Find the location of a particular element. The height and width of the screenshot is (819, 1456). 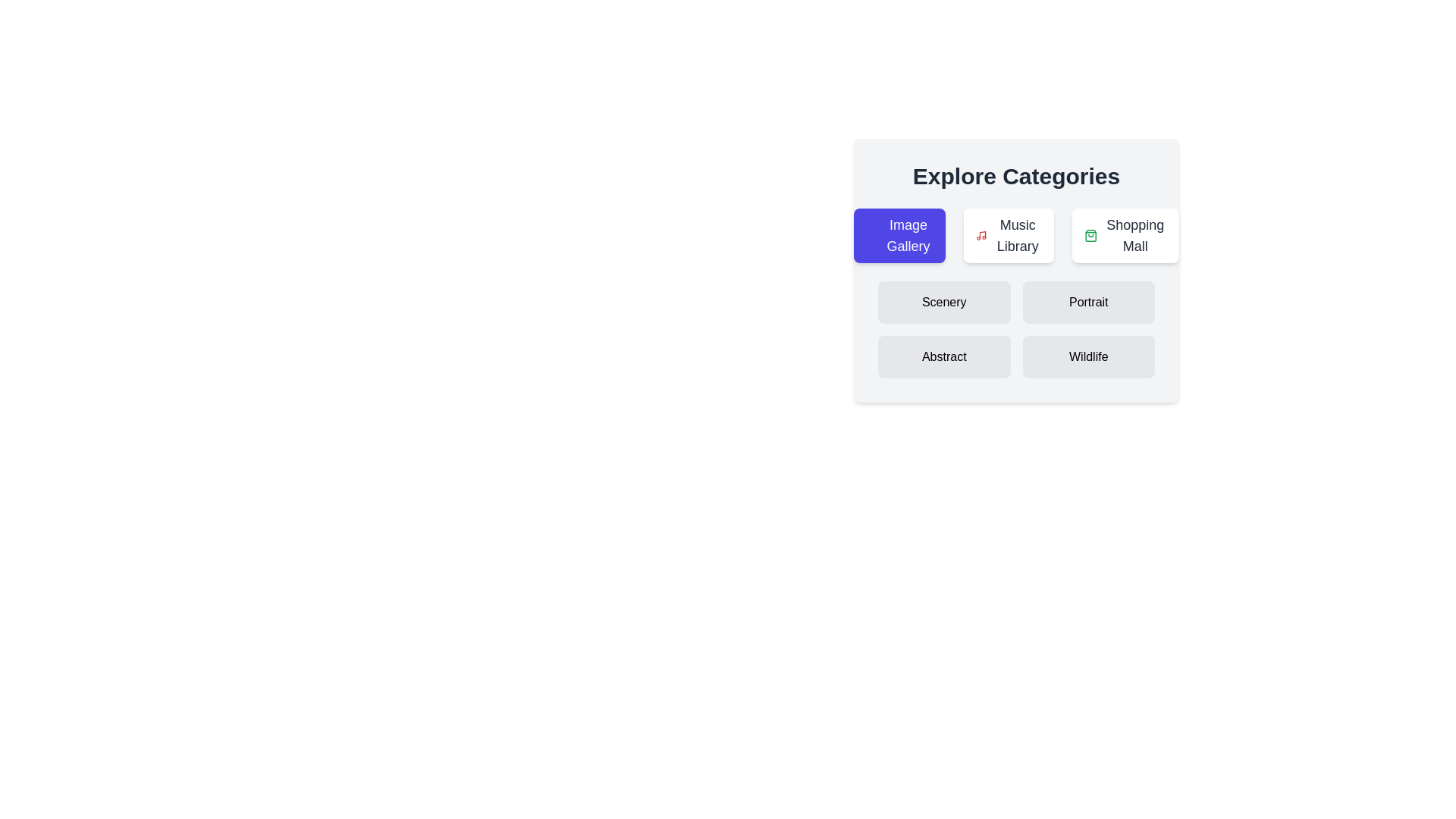

the 'Scenery' button, which is a rectangular button with a gray background and rounded corners, located in the 'Explore Categories' section of the UI is located at coordinates (943, 302).